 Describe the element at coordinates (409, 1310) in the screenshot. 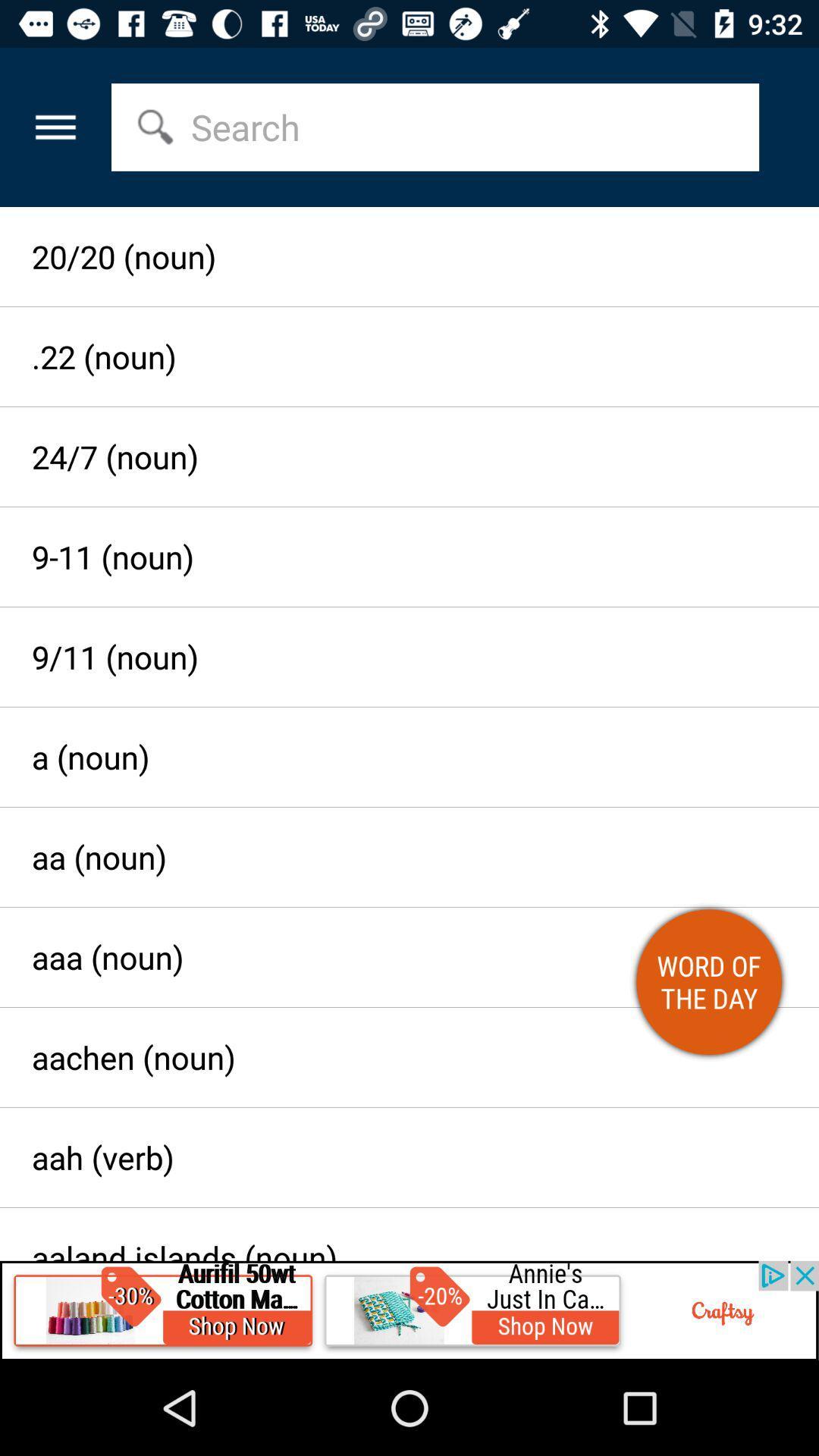

I see `advertisement` at that location.